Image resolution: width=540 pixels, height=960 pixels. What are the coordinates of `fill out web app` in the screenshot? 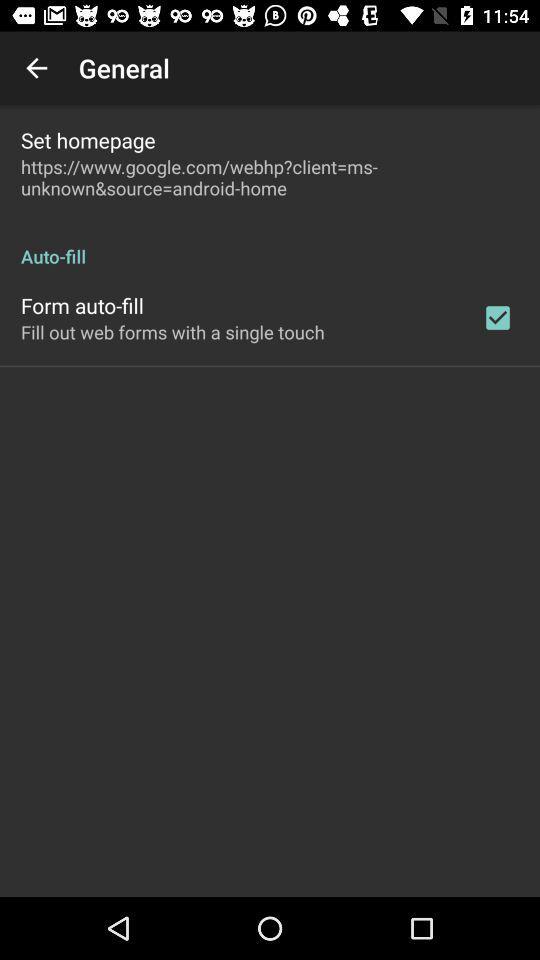 It's located at (172, 332).